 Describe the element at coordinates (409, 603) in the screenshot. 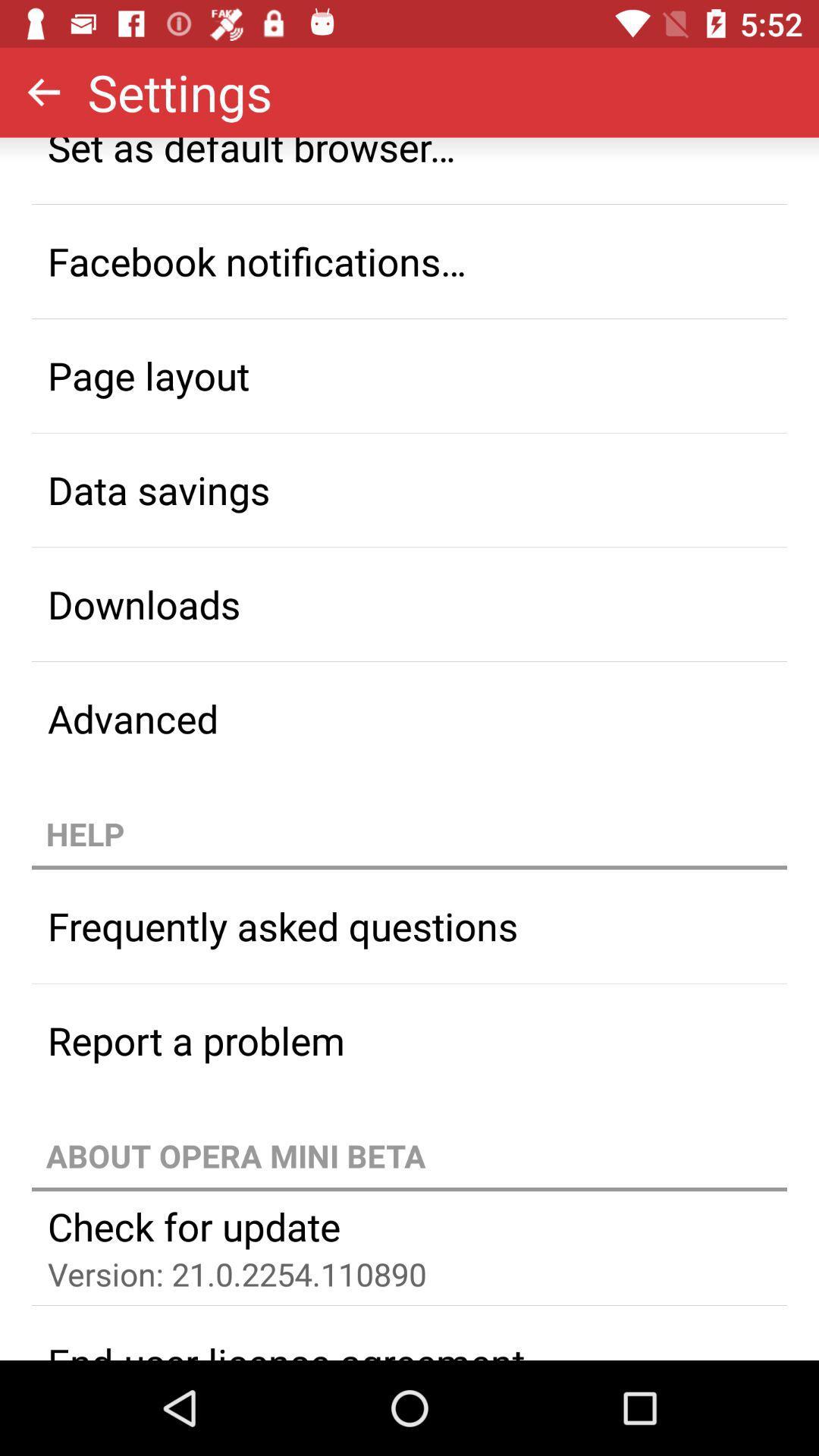

I see `downloads` at that location.